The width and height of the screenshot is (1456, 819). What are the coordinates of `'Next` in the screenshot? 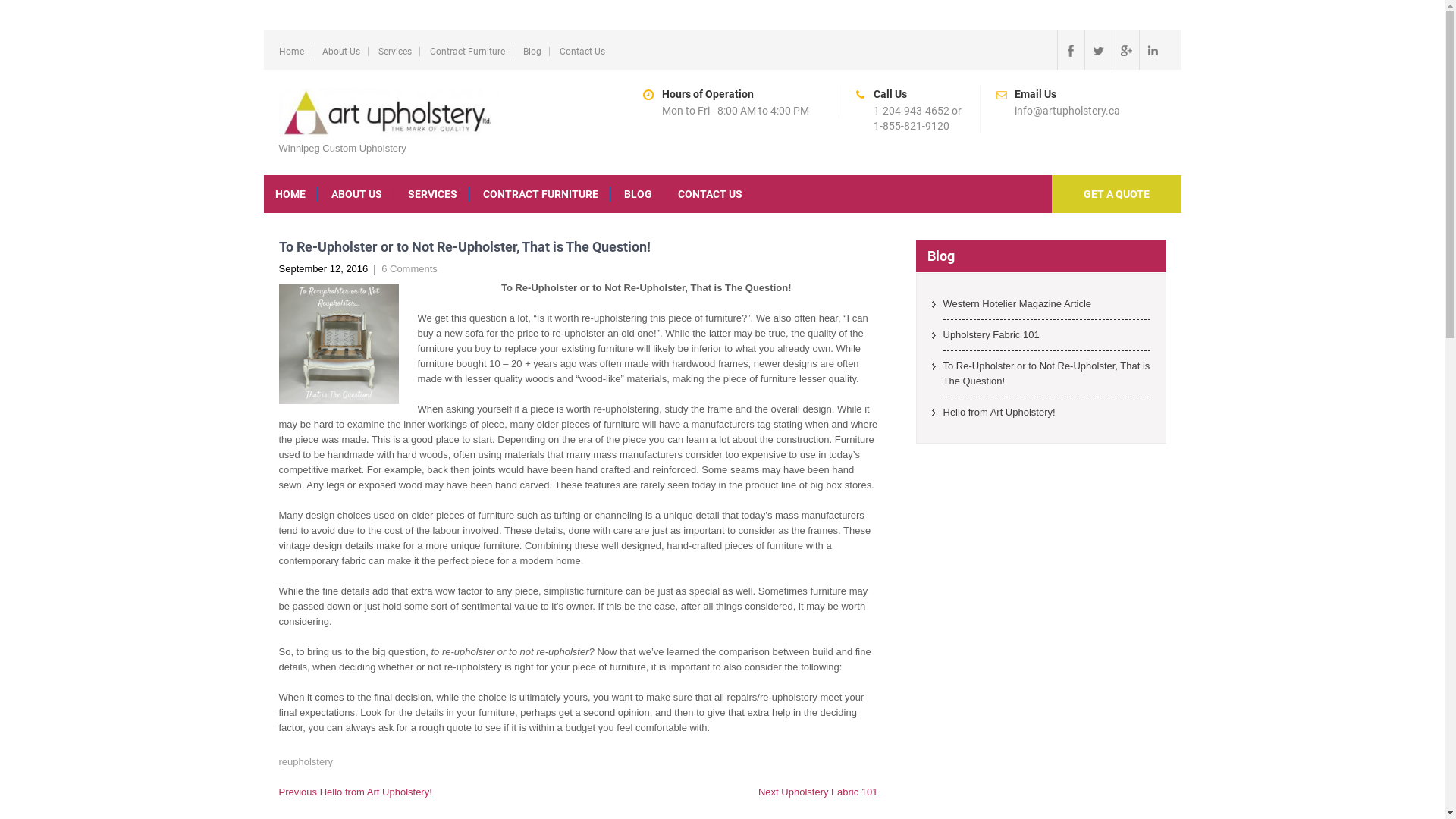 It's located at (817, 791).